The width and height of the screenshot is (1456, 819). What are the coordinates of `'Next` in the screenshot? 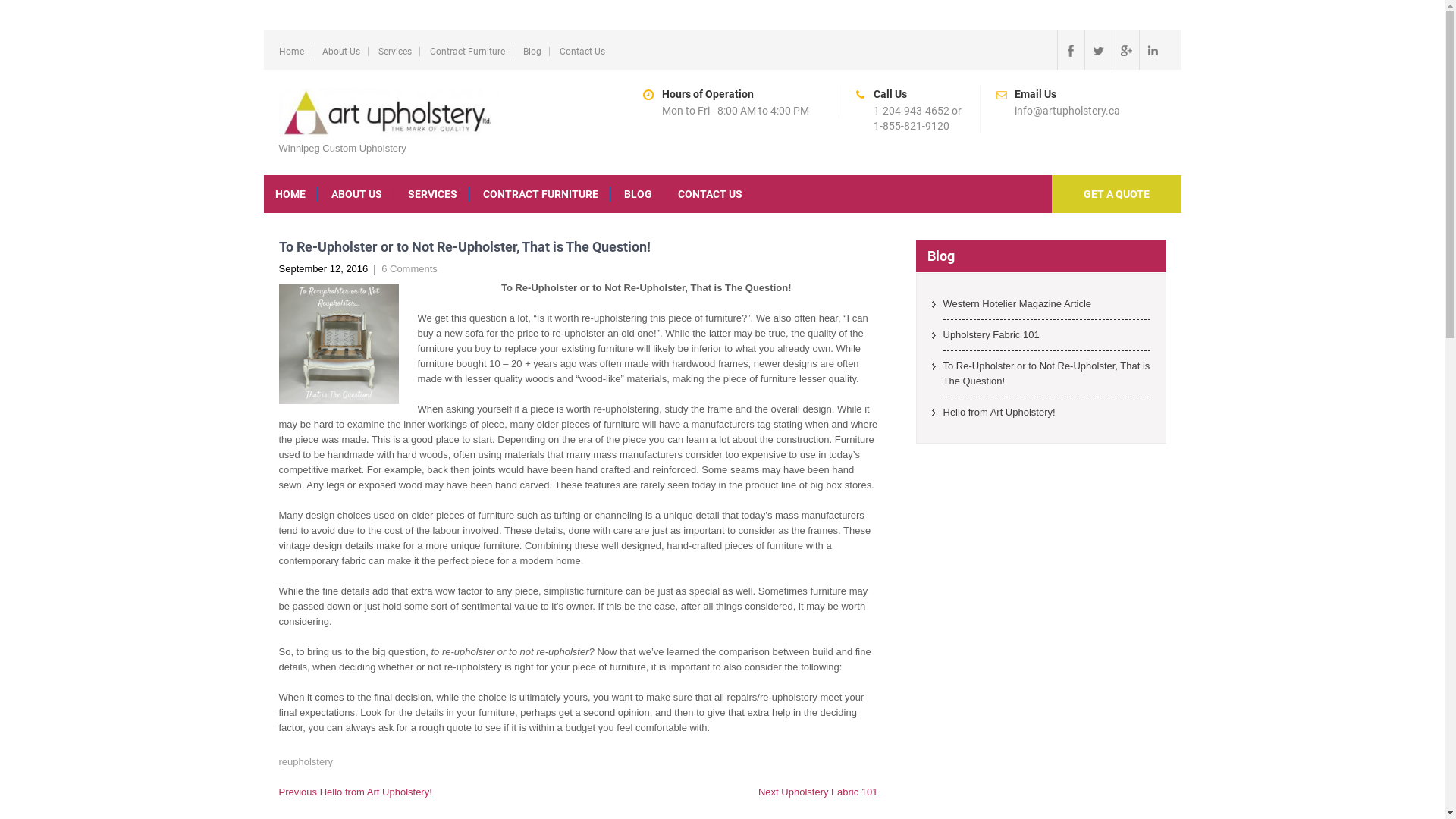 It's located at (817, 791).